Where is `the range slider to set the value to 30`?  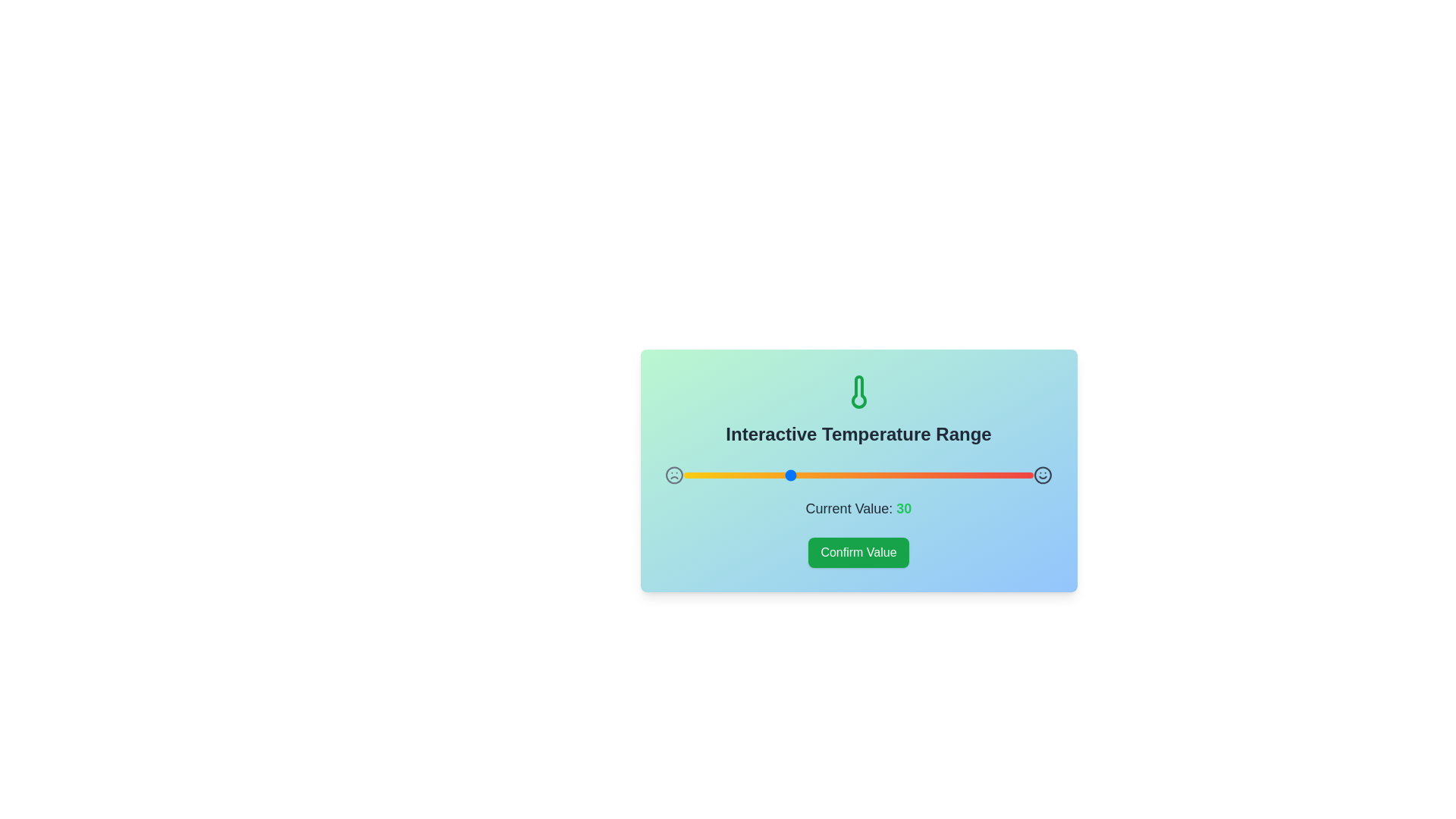 the range slider to set the value to 30 is located at coordinates (789, 475).